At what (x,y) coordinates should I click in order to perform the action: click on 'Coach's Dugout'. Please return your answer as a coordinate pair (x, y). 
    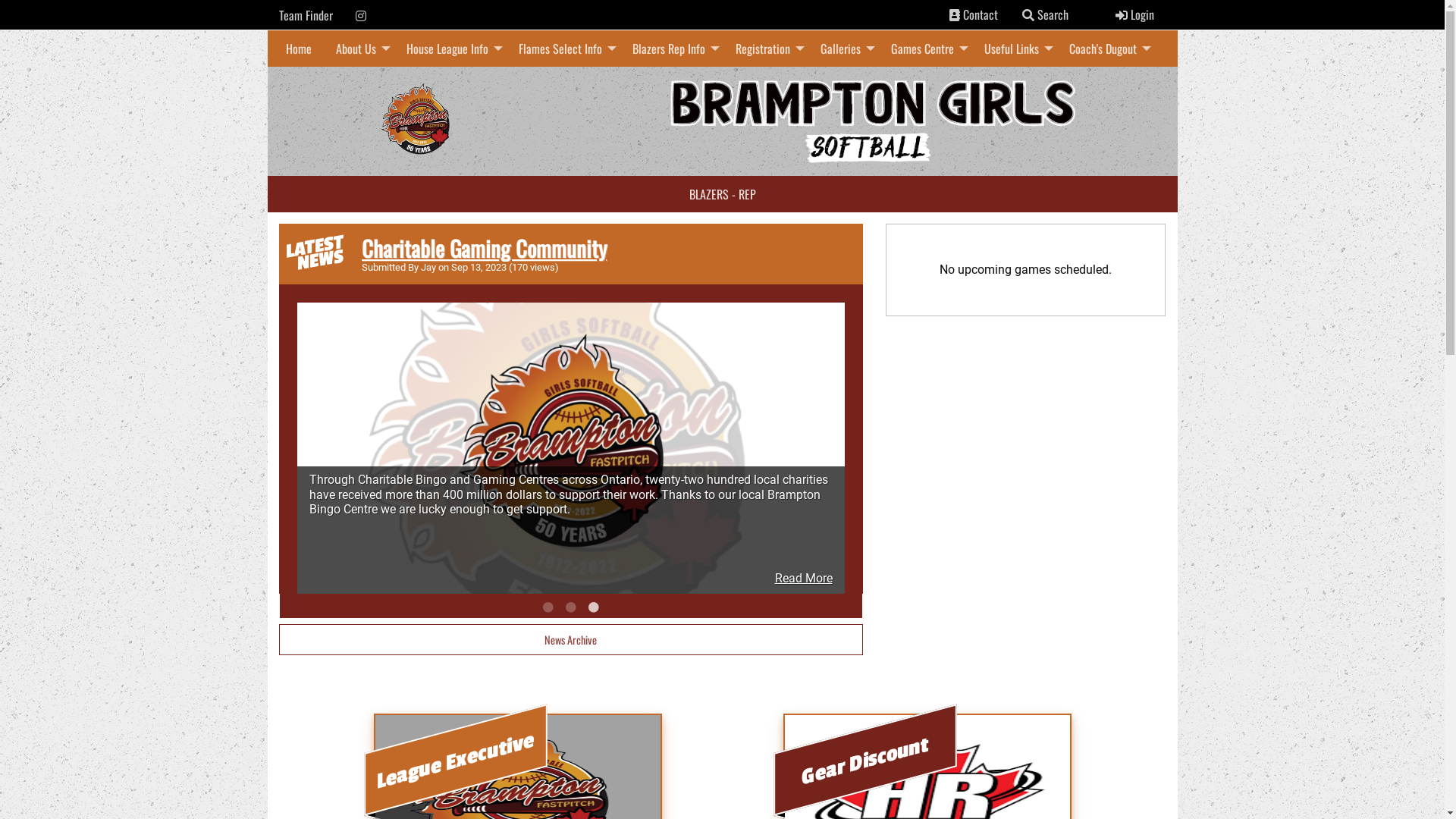
    Looking at the image, I should click on (1106, 48).